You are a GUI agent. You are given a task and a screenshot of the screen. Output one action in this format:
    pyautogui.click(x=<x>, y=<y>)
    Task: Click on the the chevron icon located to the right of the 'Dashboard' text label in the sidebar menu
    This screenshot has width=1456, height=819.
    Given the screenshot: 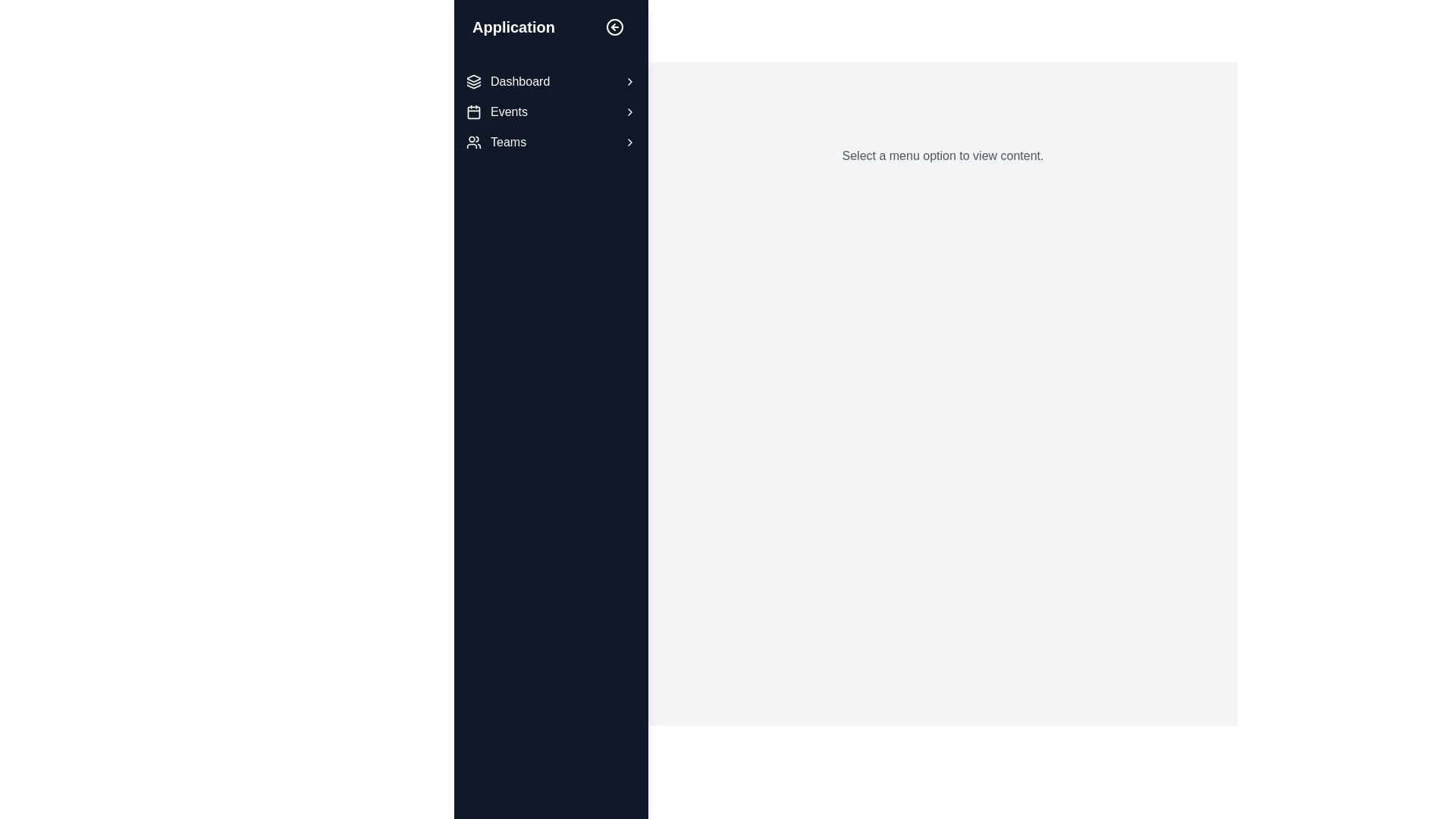 What is the action you would take?
    pyautogui.click(x=629, y=82)
    